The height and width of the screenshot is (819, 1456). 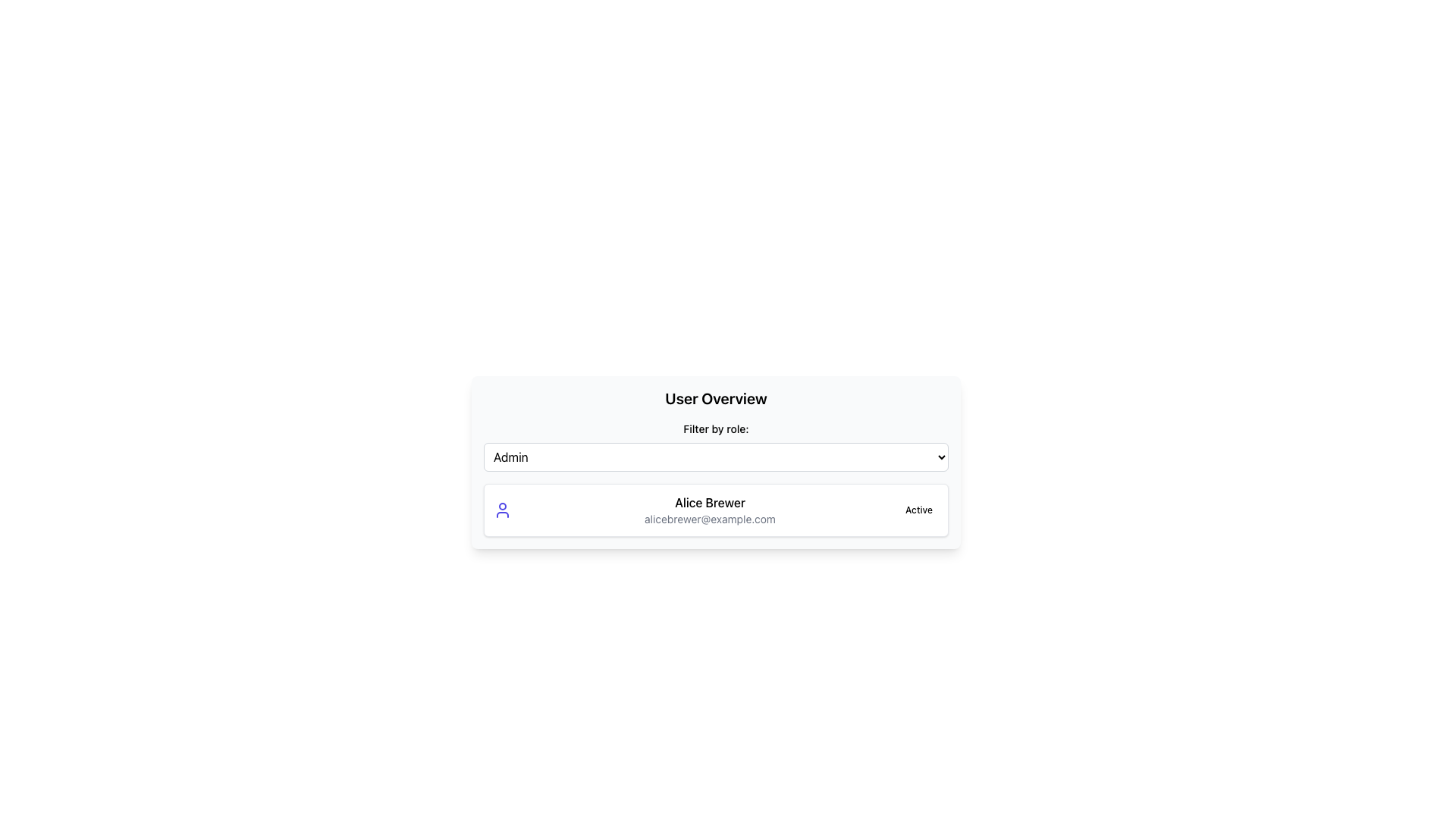 What do you see at coordinates (502, 510) in the screenshot?
I see `user profile icon, which is an SVG element styled with a blue stroke, located to the left of the user's name 'Alice Brewer' and email 'alicebrewer@example.com'` at bounding box center [502, 510].